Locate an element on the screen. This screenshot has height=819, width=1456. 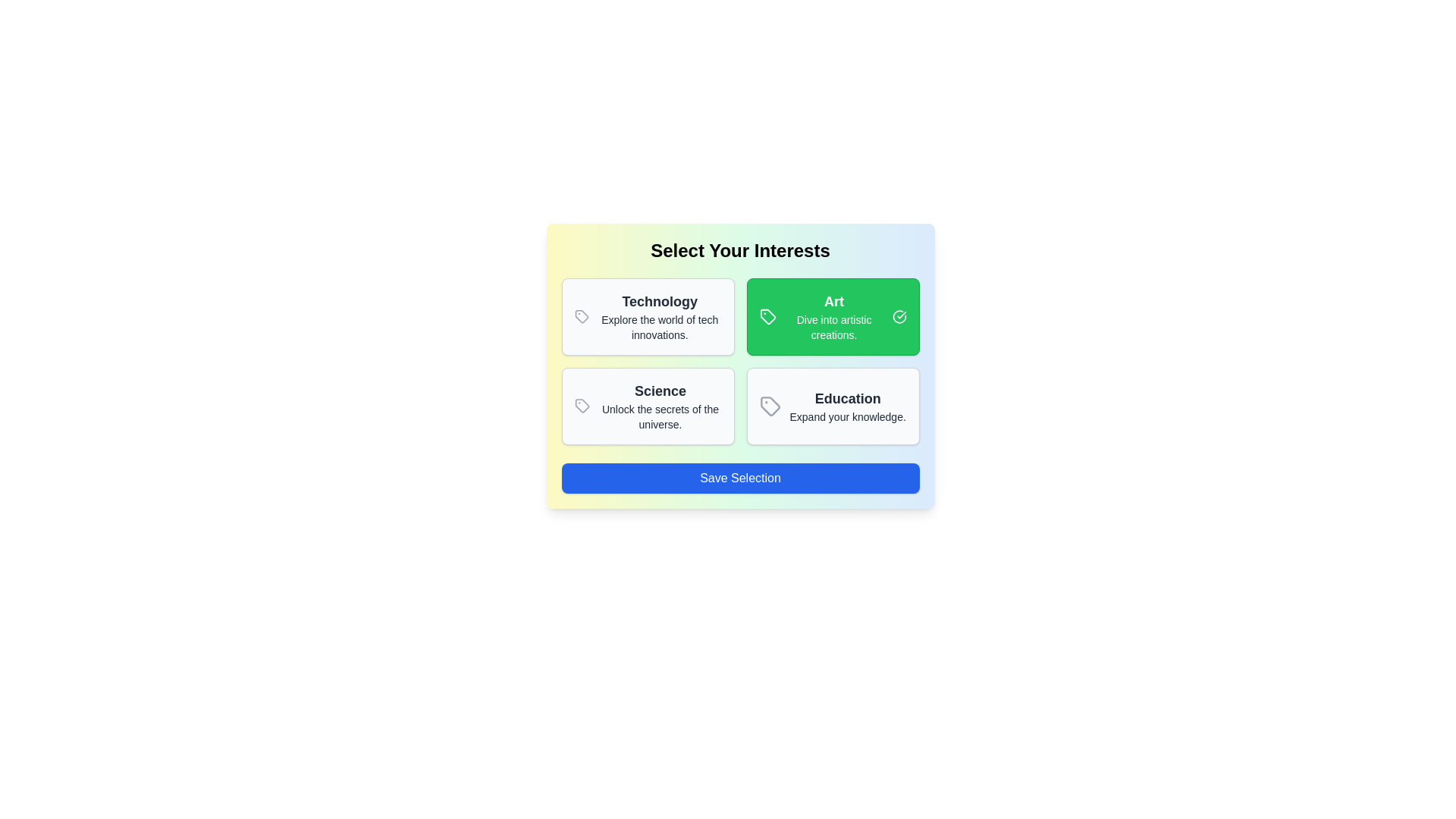
the category card for Education is located at coordinates (832, 406).